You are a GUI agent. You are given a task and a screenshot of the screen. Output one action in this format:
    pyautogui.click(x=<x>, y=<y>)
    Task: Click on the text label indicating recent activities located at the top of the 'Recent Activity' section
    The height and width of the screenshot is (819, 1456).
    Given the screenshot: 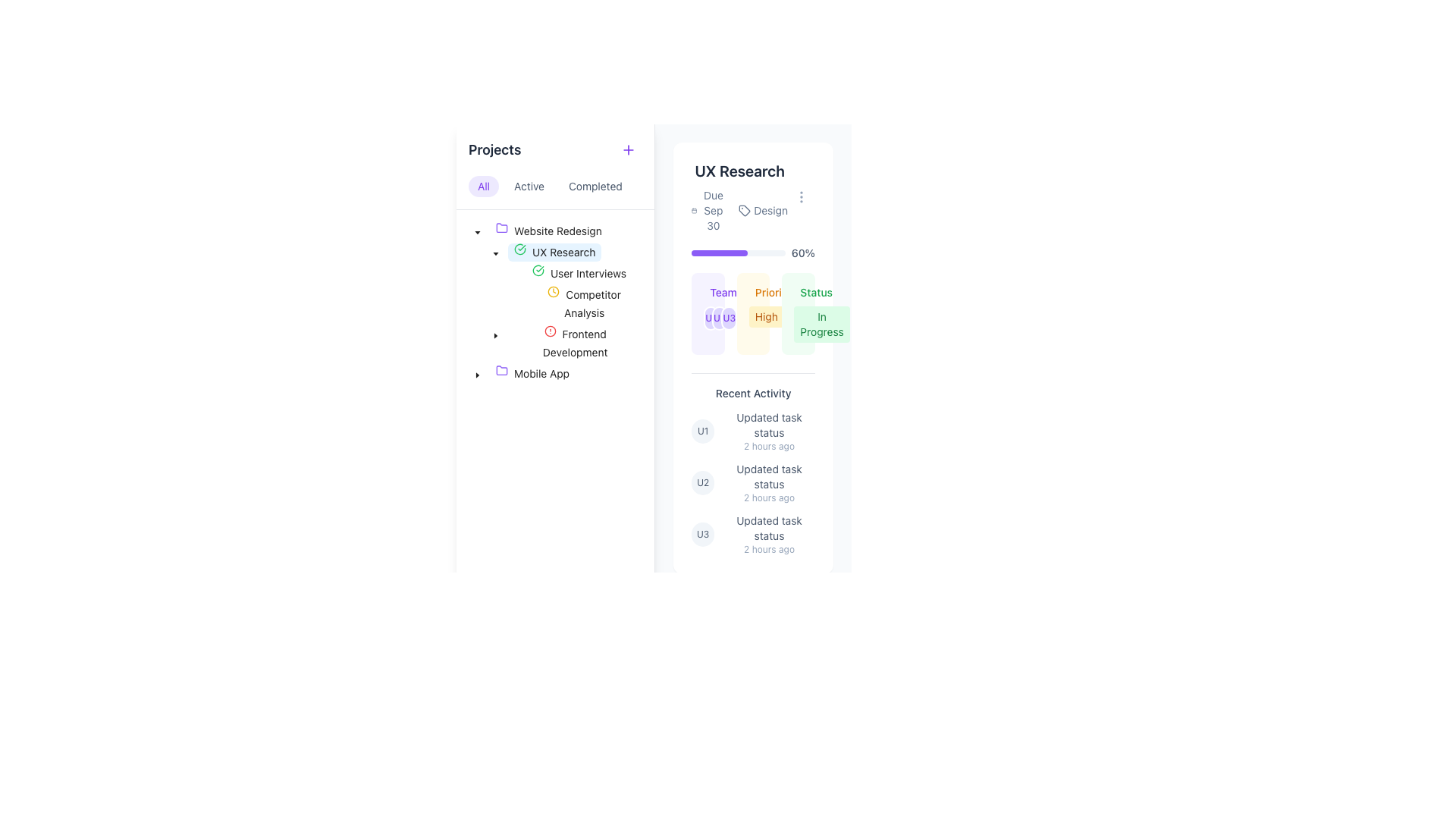 What is the action you would take?
    pyautogui.click(x=753, y=393)
    